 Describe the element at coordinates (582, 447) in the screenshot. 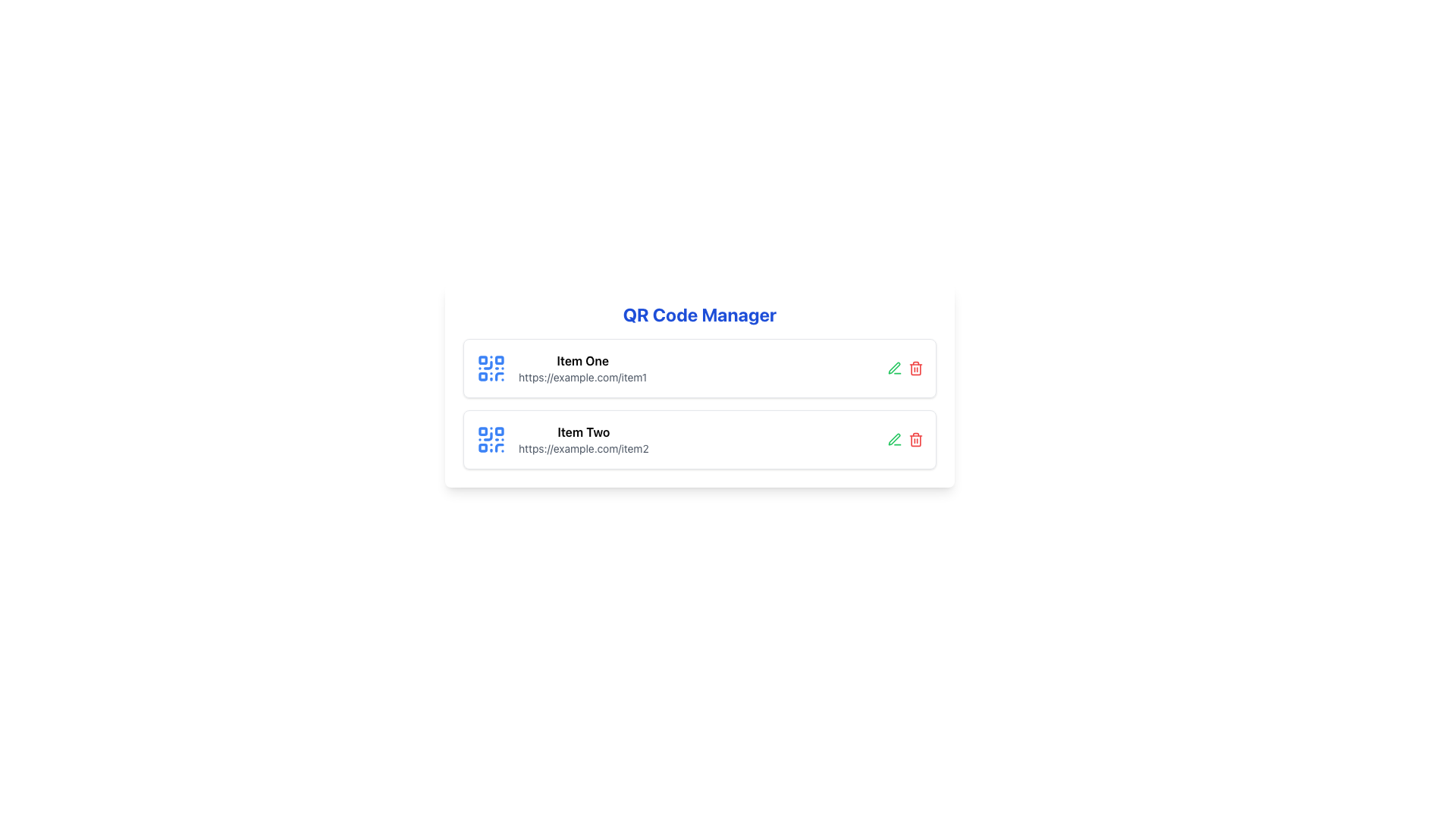

I see `the static text displaying the URL associated with 'Item Two', located directly beneath the bold text of 'Item Two'` at that location.